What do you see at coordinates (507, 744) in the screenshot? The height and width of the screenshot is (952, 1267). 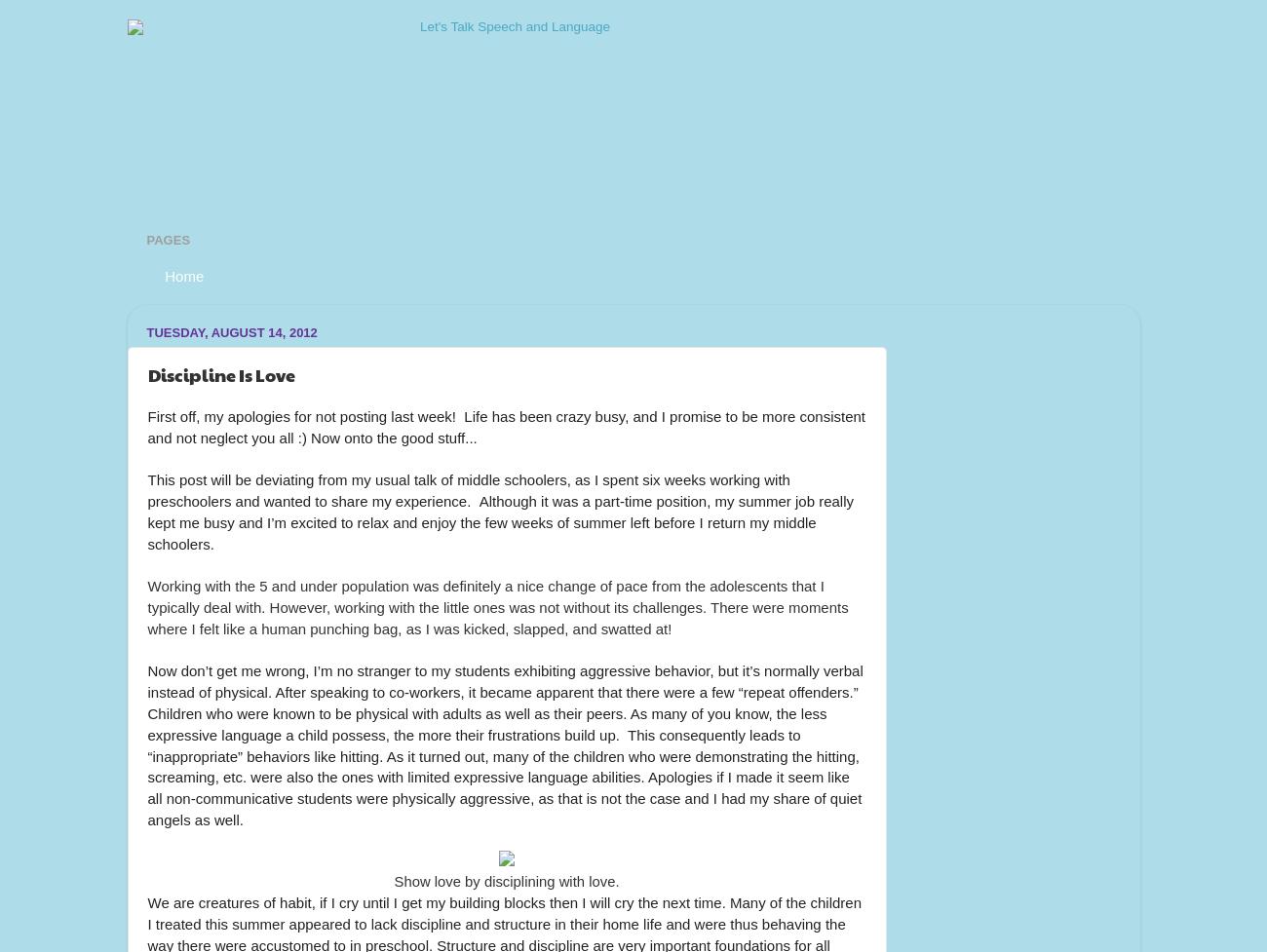 I see `'Now don’t get me wrong, I’m no stranger to my students exhibiting aggressive behavior, but it’s normally verbal instead of physical. After speaking to co-workers, it became apparent that there were a few “repeat offenders.” Children who were known to be physical with adults as well as their peers. As many of you know, the less expressive language a child possess, the more their frustrations build up.  This consequently leads to “inappropriate” behaviors like hitting. As it turned out, many of the children who were demonstrating the hitting, screaming, etc. were also the ones with limited expressive language abilities. Apologies if I made it seem like all non-communicative students were physically aggressive, as that is not the case and I had my share of quiet angels as well.'` at bounding box center [507, 744].